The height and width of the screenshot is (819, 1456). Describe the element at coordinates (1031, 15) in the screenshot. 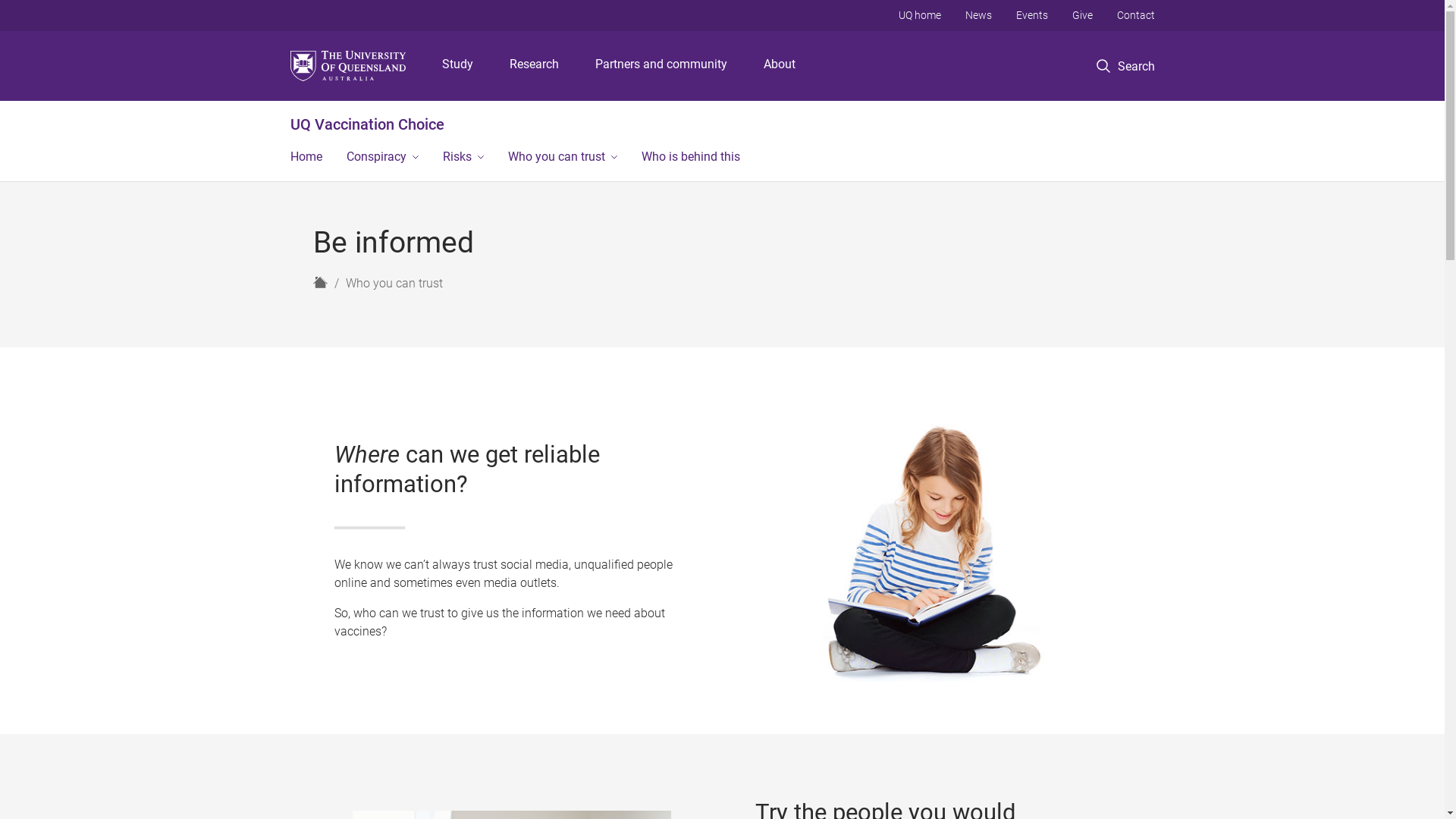

I see `'Events'` at that location.